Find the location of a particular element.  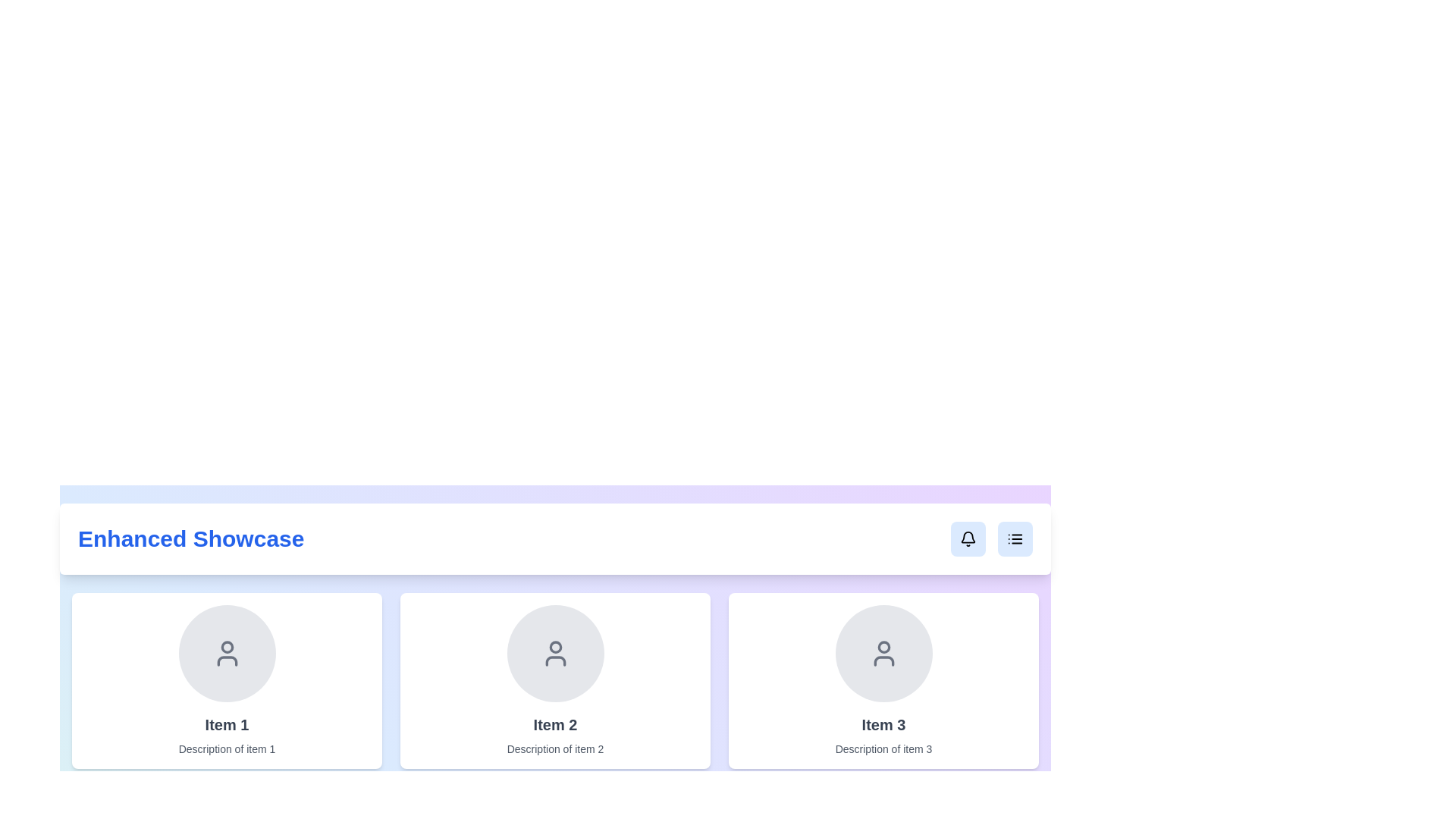

the lower part of a user icon, specifically the base of a stylized figure represented in a monochromatic SVG graphic above the 'Item 3' card is located at coordinates (883, 660).